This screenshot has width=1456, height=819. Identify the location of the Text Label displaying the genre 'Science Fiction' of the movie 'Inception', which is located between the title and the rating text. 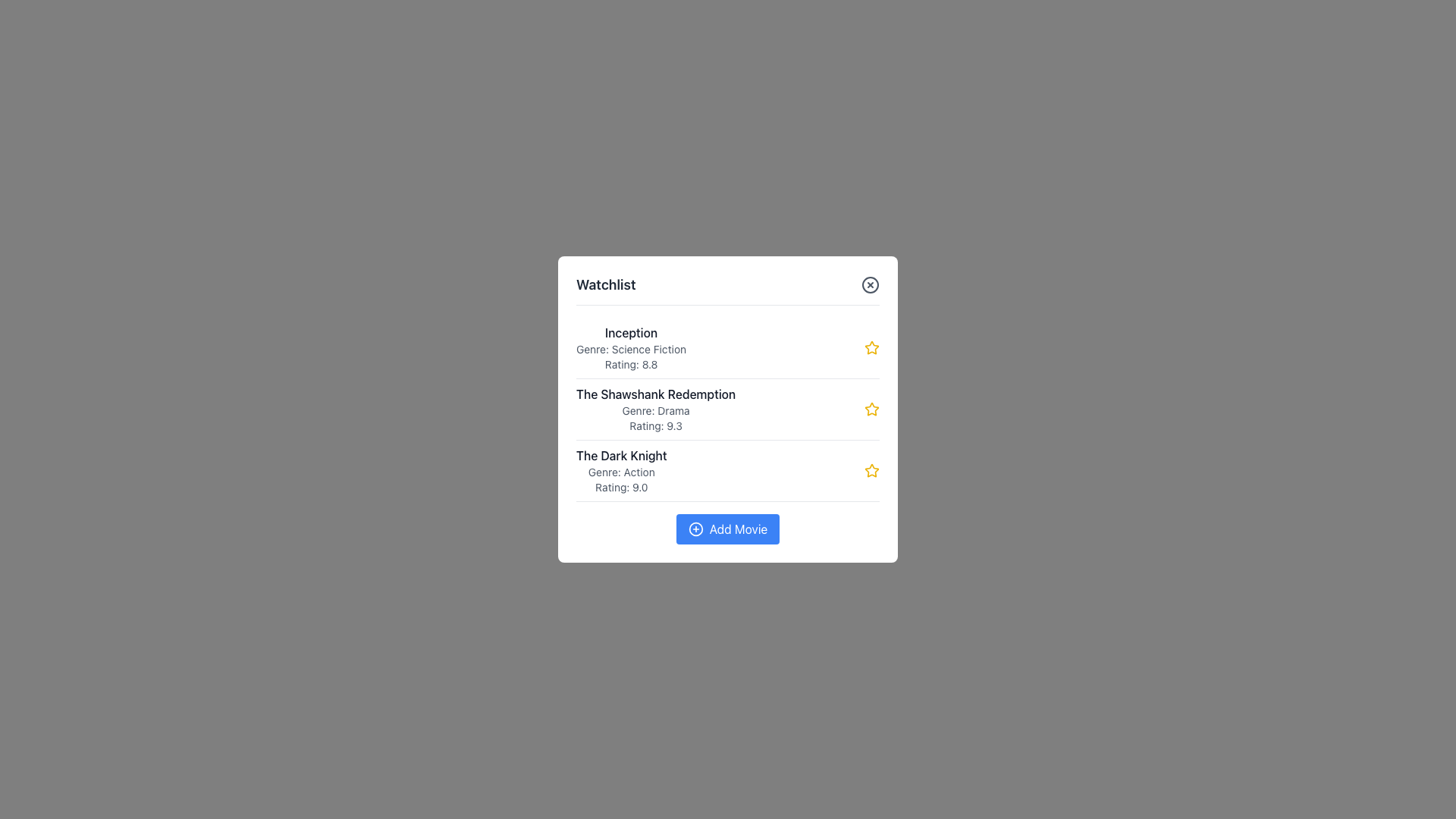
(631, 350).